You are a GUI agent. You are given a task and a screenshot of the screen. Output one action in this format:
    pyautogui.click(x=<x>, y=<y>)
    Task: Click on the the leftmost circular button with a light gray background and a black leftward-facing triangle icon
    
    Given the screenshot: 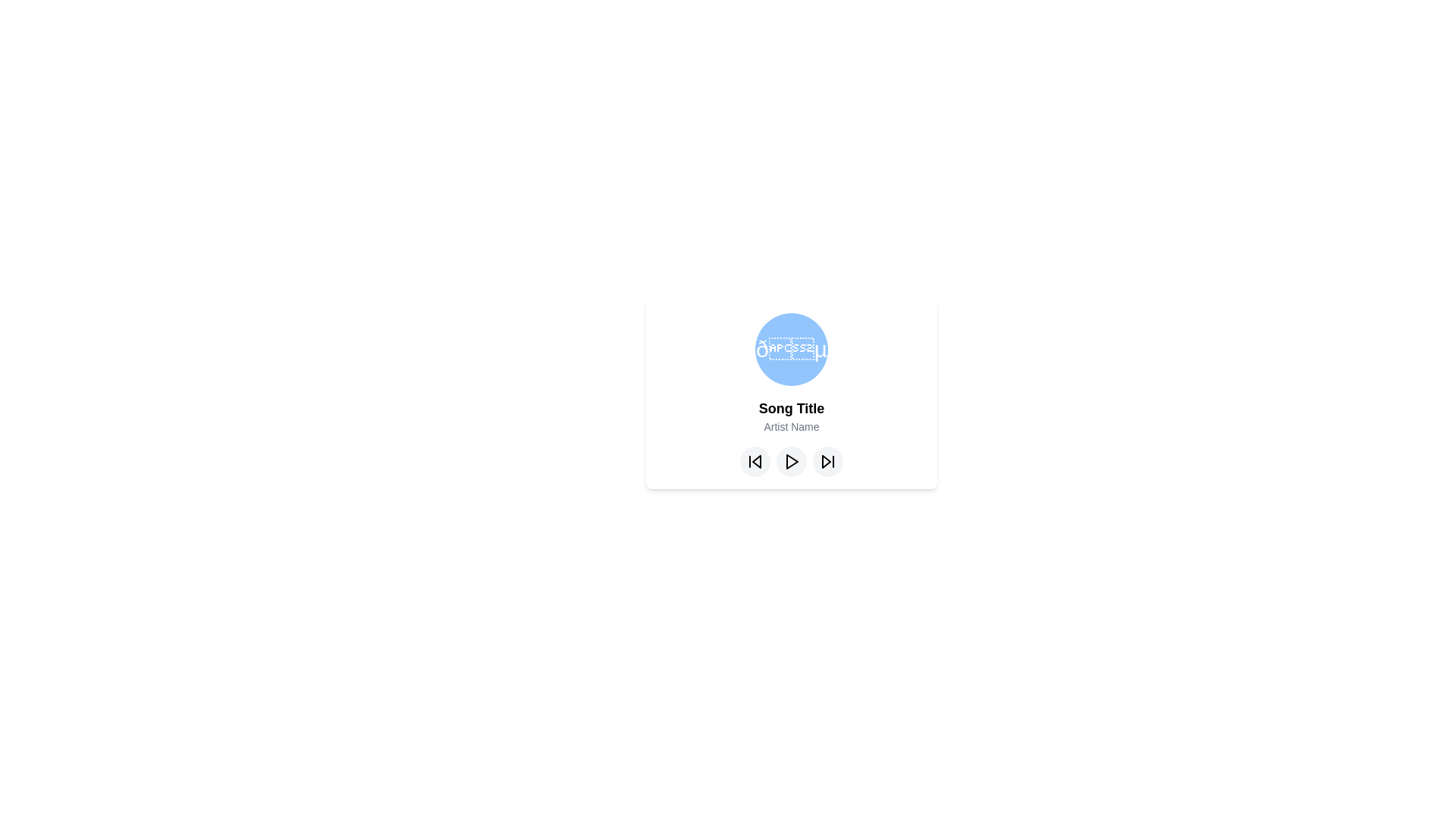 What is the action you would take?
    pyautogui.click(x=755, y=461)
    